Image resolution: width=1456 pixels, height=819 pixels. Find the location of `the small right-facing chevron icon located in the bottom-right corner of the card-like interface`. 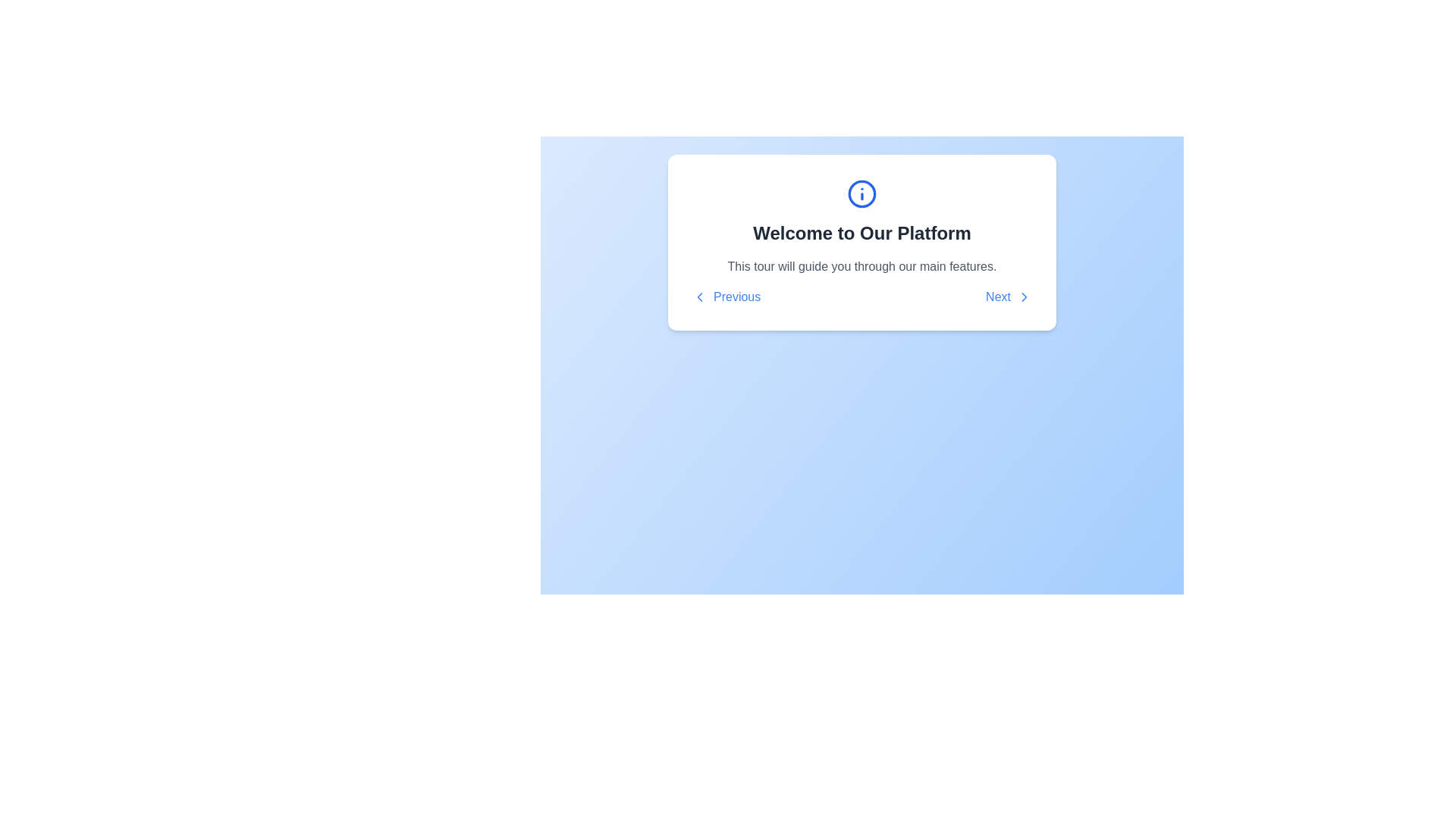

the small right-facing chevron icon located in the bottom-right corner of the card-like interface is located at coordinates (1024, 297).